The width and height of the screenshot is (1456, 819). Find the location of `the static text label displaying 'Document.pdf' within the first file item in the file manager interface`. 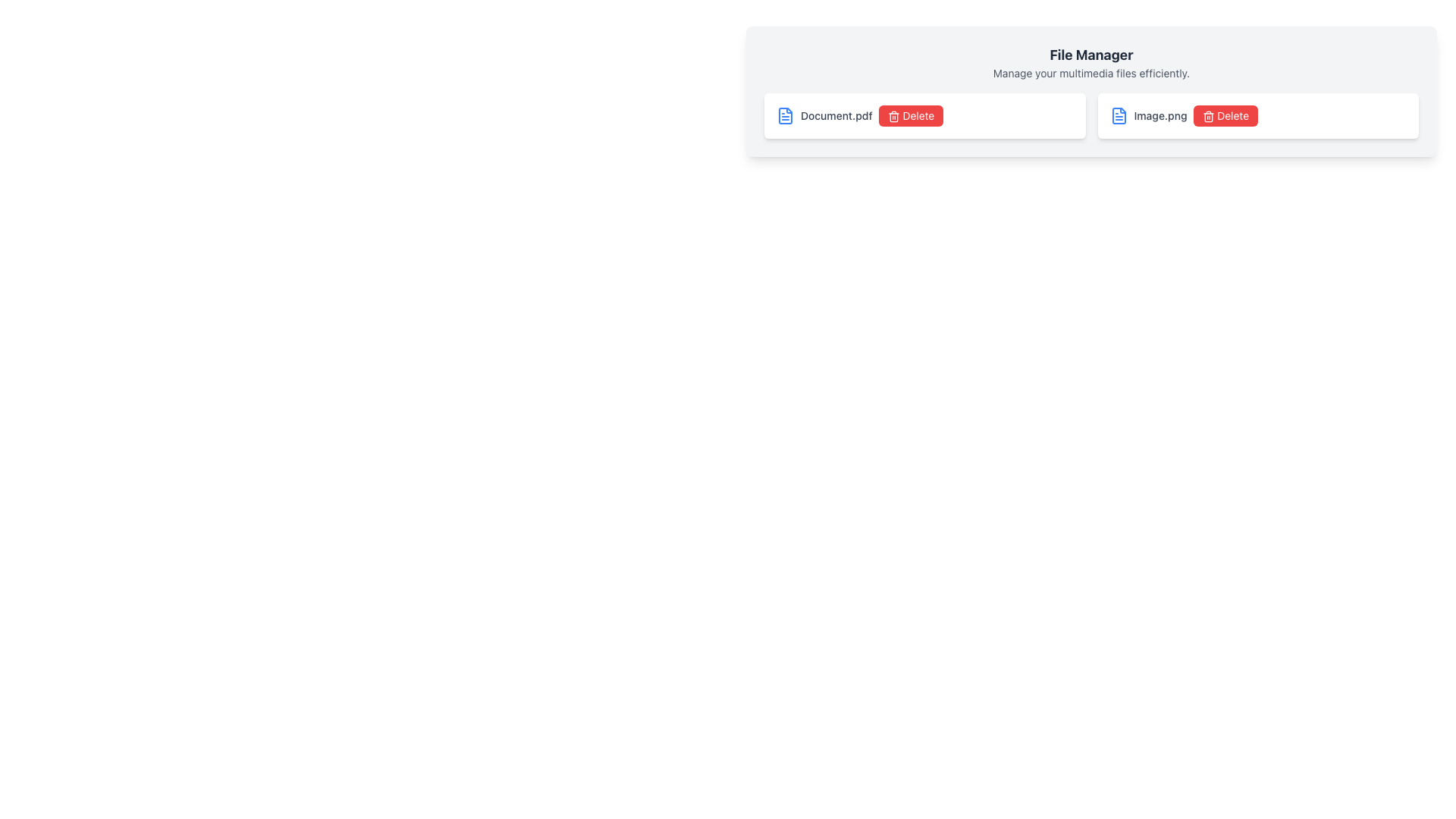

the static text label displaying 'Document.pdf' within the first file item in the file manager interface is located at coordinates (836, 115).